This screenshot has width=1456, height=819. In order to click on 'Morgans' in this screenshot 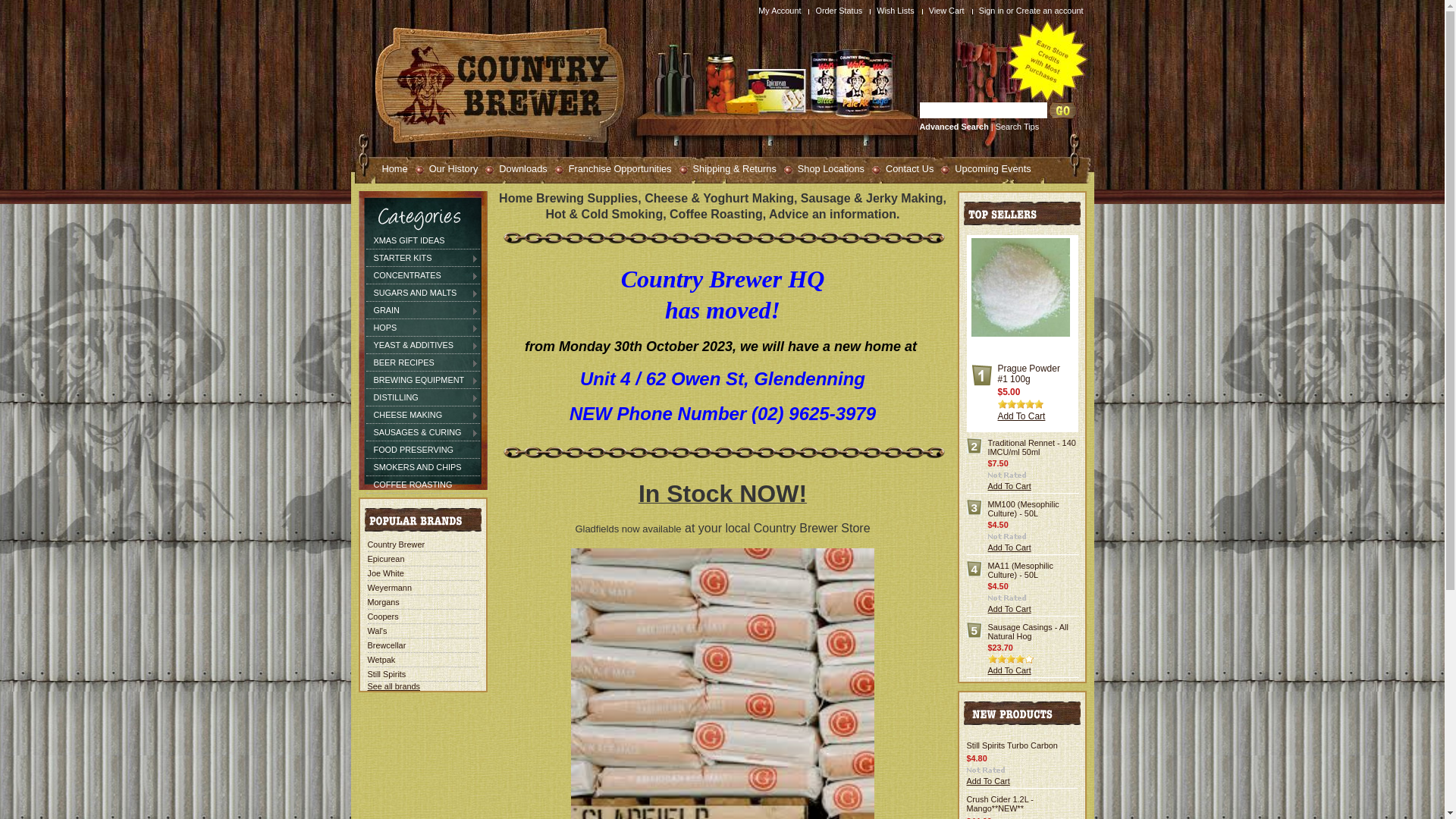, I will do `click(382, 601)`.